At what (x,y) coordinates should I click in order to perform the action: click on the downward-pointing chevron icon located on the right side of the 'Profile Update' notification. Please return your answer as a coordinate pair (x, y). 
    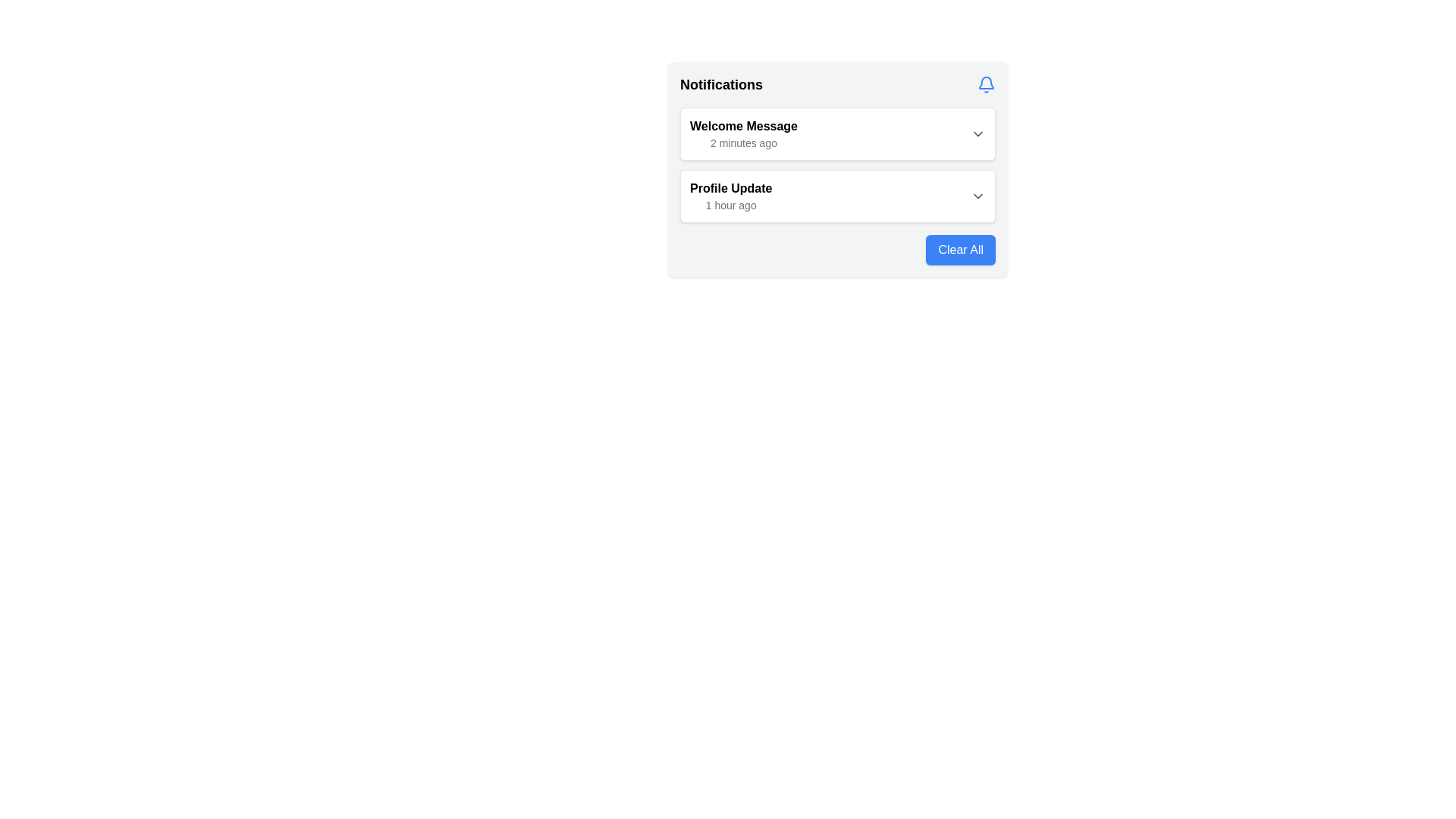
    Looking at the image, I should click on (978, 195).